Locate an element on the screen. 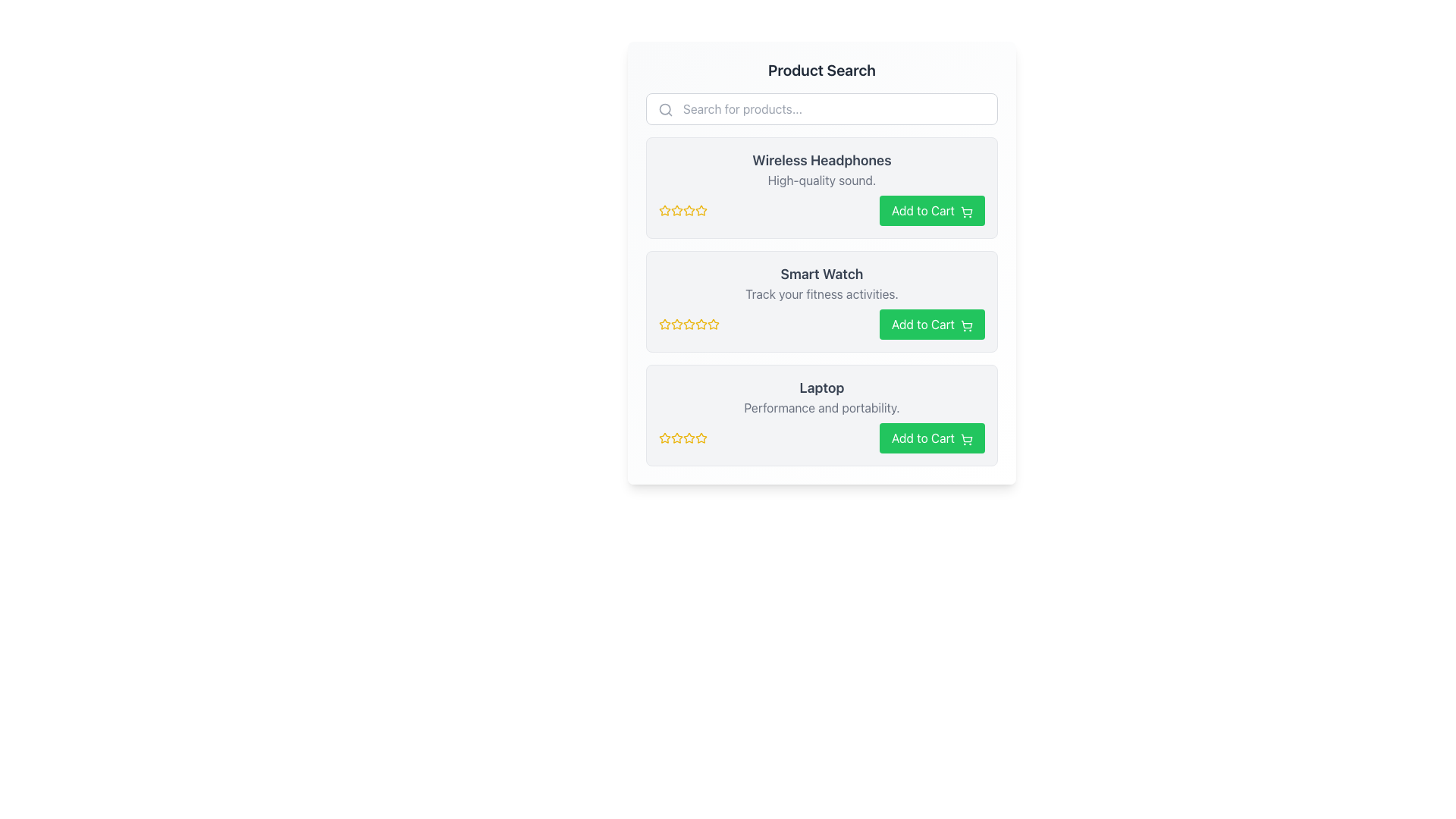  the third rating star icon in the series of star icons before the 'Add to Cart' button in the 'Smart Watch' product card is located at coordinates (676, 324).